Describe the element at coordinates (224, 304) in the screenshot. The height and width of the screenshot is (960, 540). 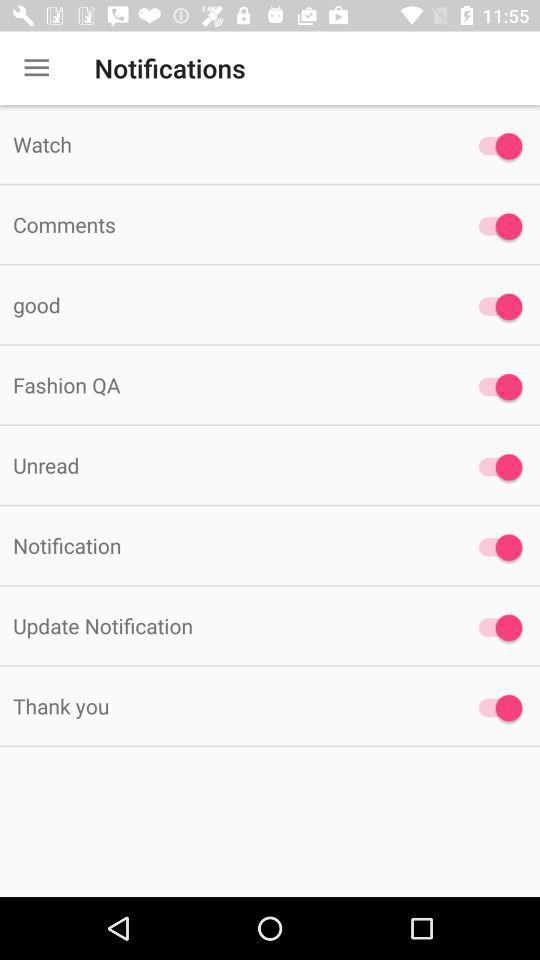
I see `good item` at that location.